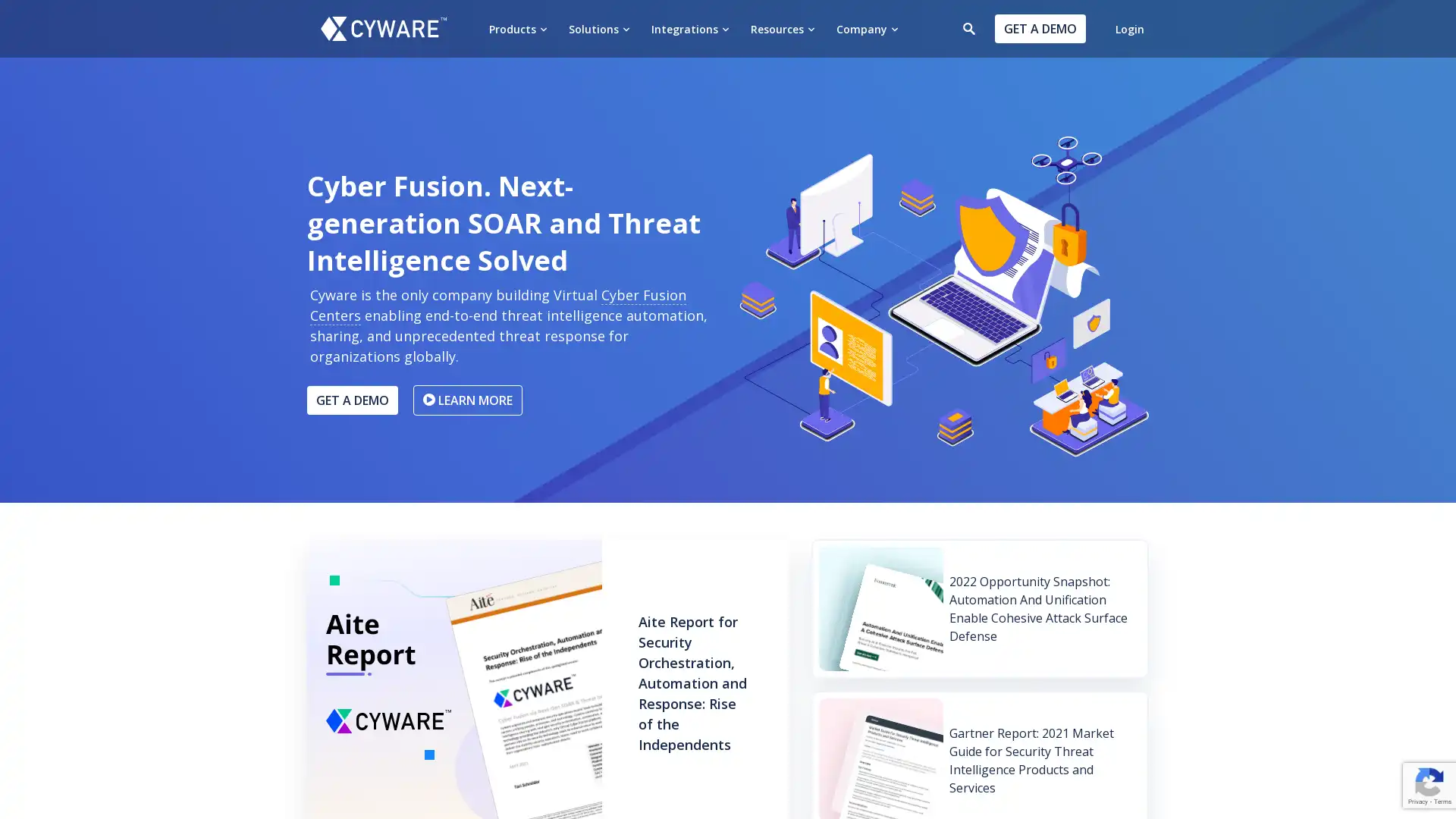 This screenshot has height=819, width=1456. What do you see at coordinates (518, 28) in the screenshot?
I see `Products` at bounding box center [518, 28].